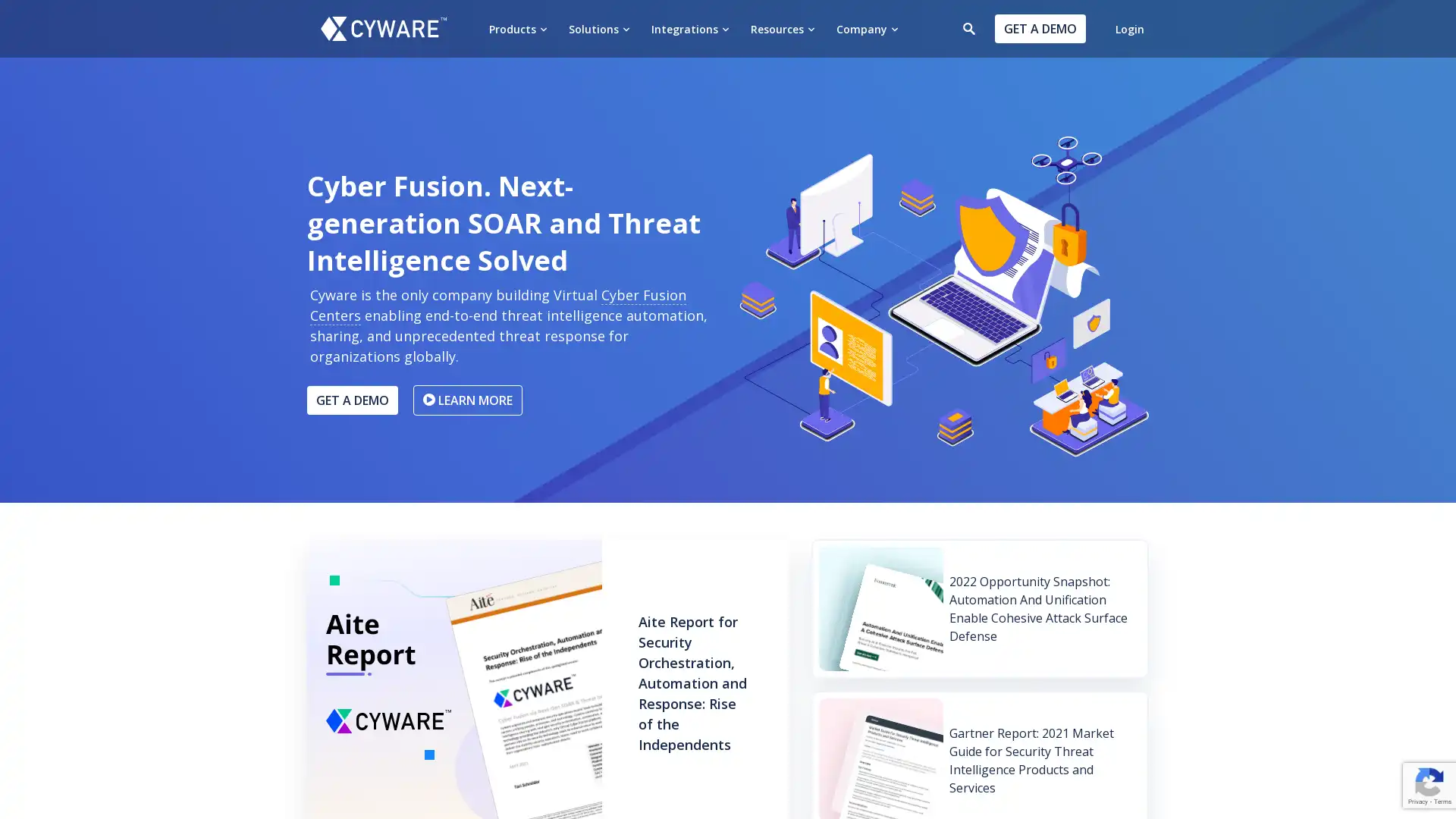 This screenshot has height=819, width=1456. What do you see at coordinates (518, 28) in the screenshot?
I see `Products` at bounding box center [518, 28].